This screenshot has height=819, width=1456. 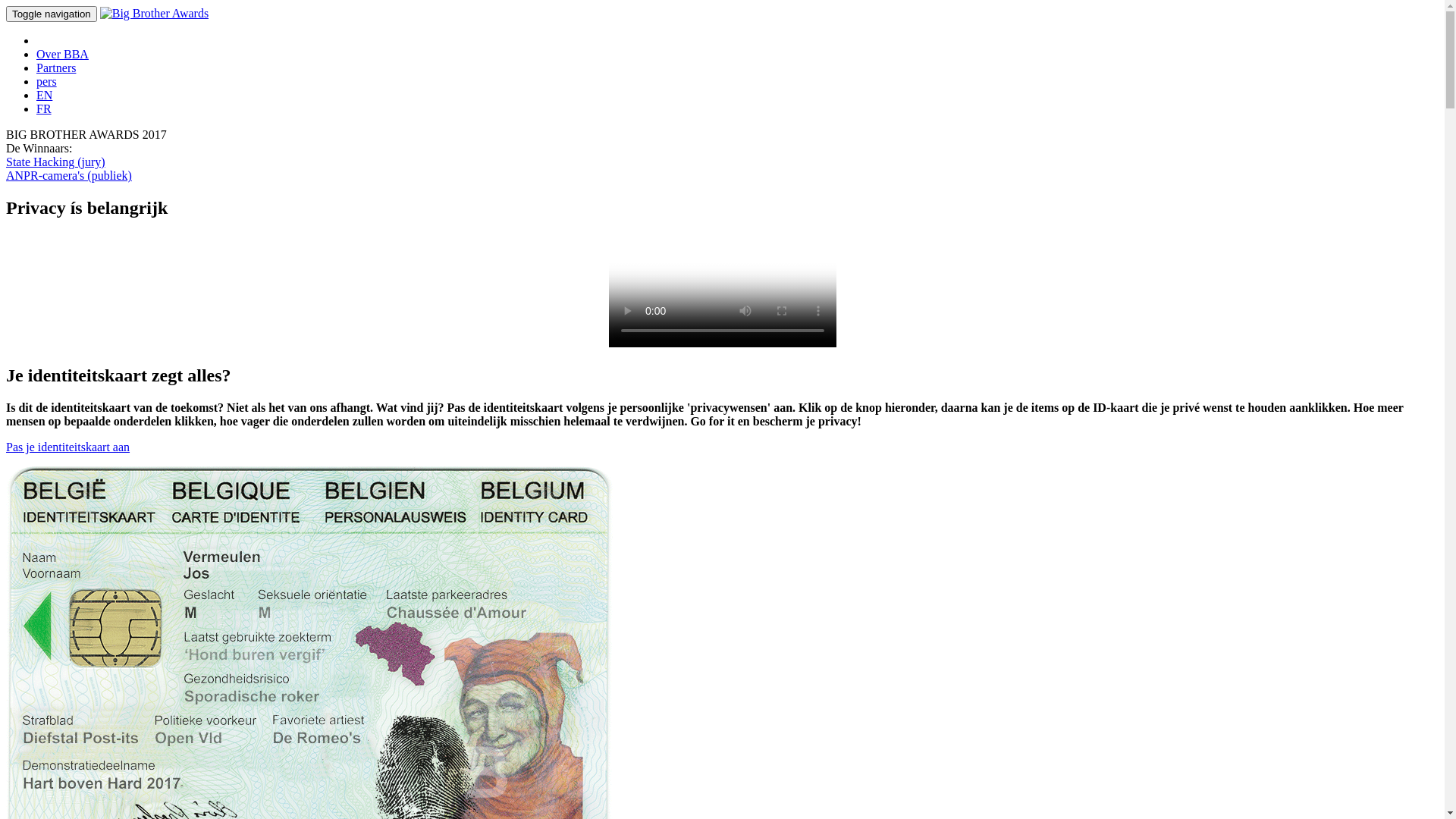 I want to click on 'pers', so click(x=46, y=81).